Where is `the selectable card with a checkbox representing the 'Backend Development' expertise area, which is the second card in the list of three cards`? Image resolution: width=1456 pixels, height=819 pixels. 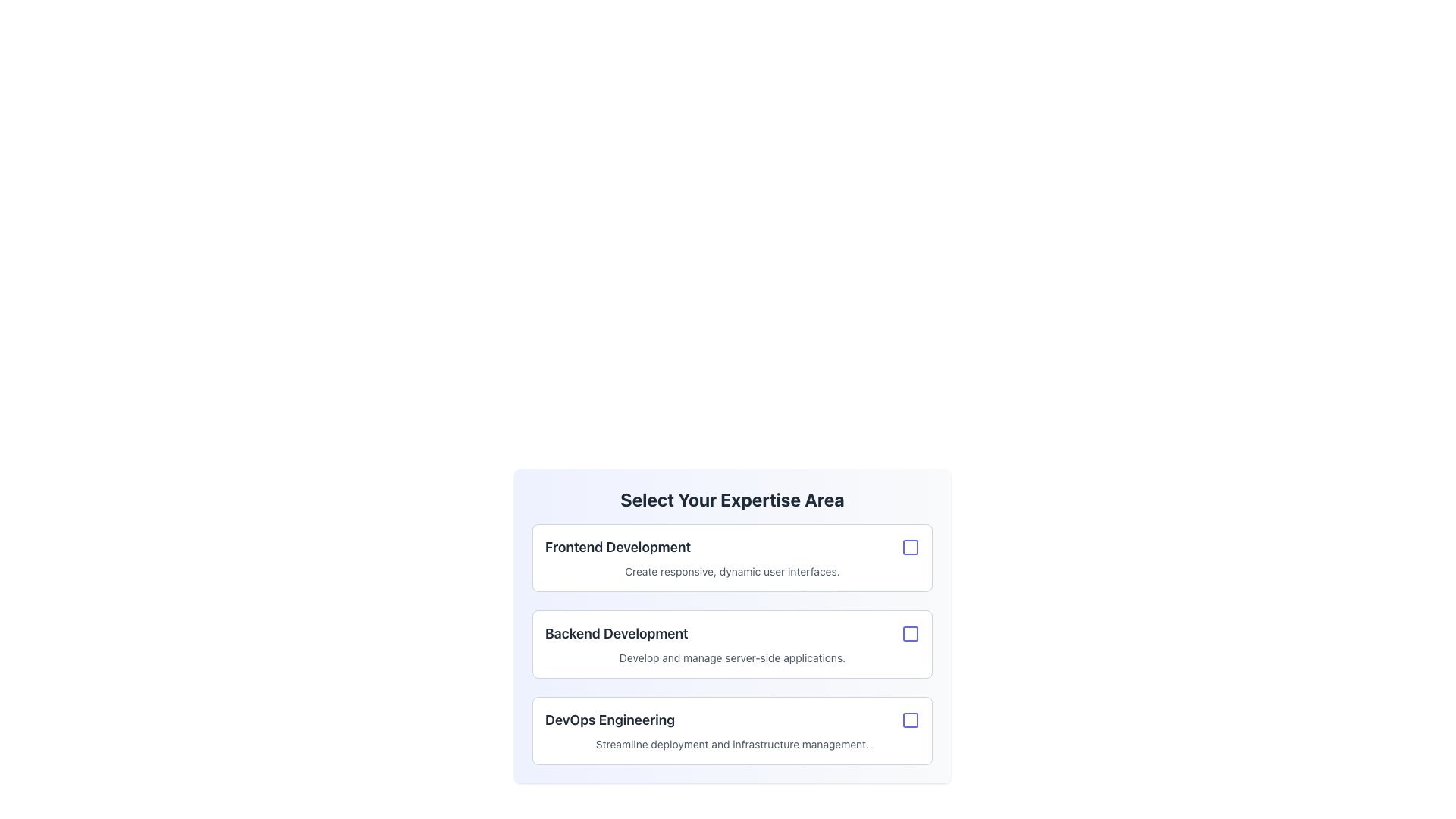
the selectable card with a checkbox representing the 'Backend Development' expertise area, which is the second card in the list of three cards is located at coordinates (732, 626).